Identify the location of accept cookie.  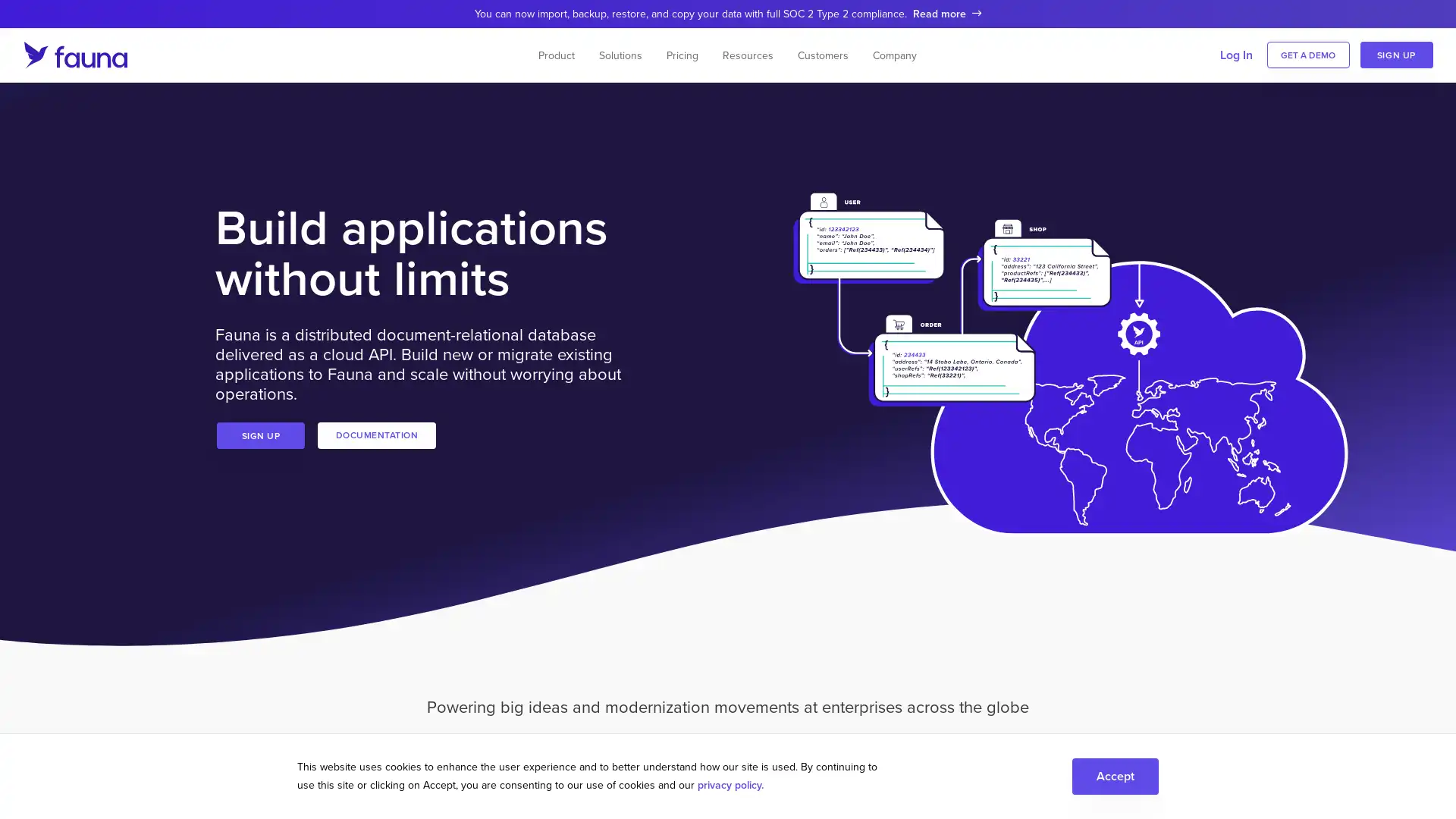
(1115, 775).